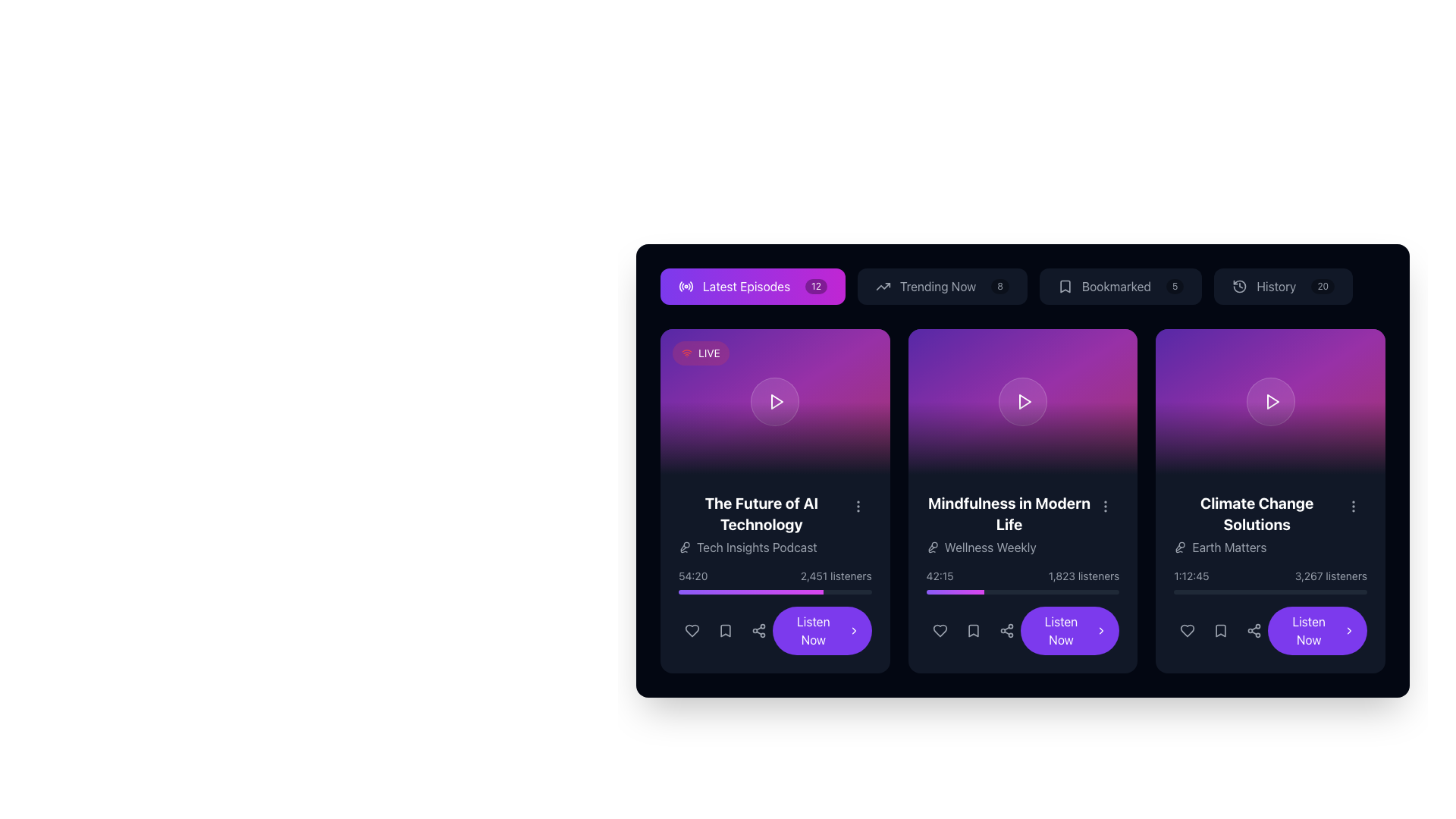  I want to click on the text label displaying the duration of the audio content for the episode 'Mindfulness in Modern Life', located in the lower left section of the card interface, so click(939, 576).